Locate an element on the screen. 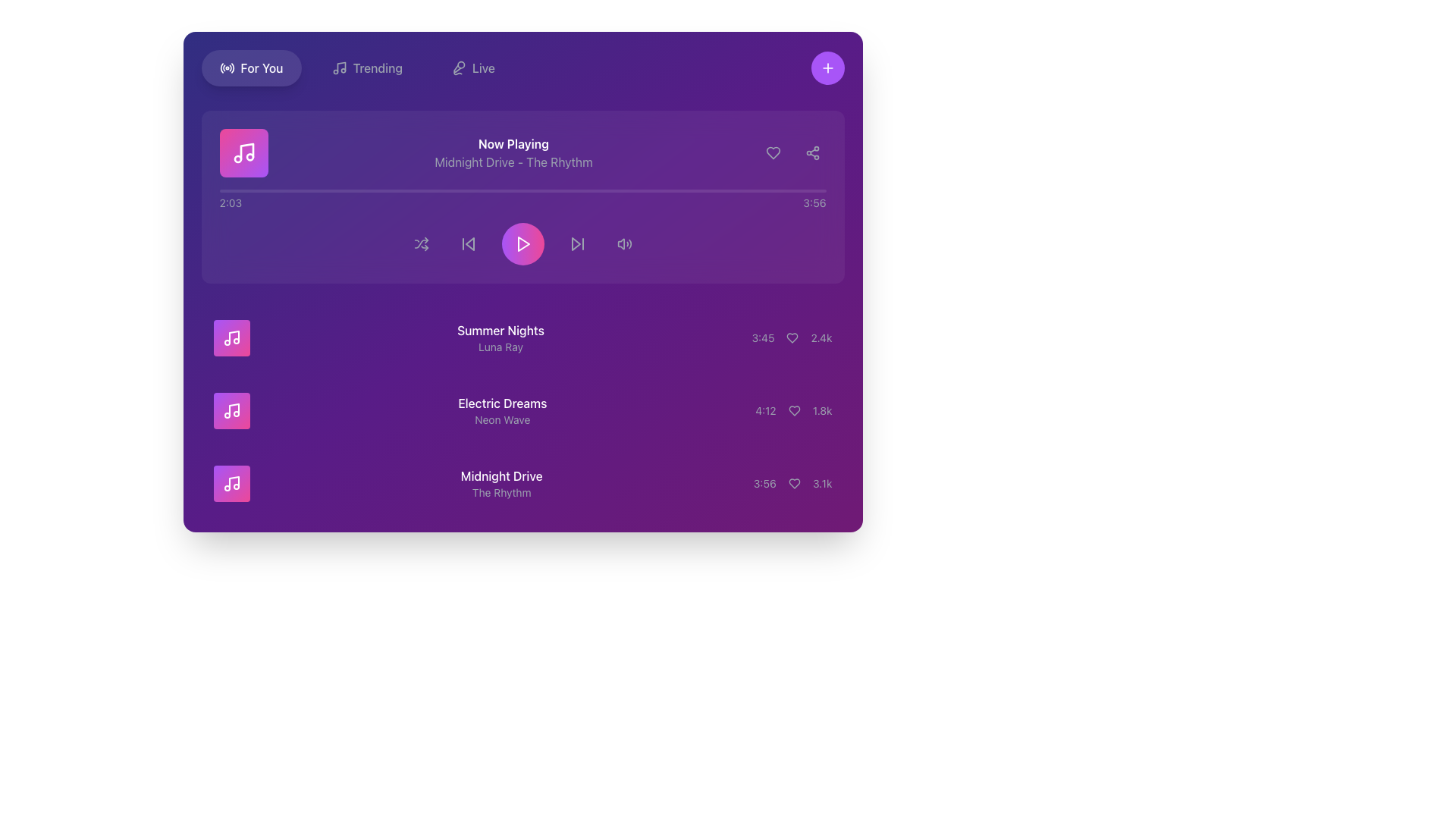  contextual information provided by the subtitle text label for the song 'Midnight Drive,' which is located directly beneath its main title in the music library listing interface is located at coordinates (501, 493).